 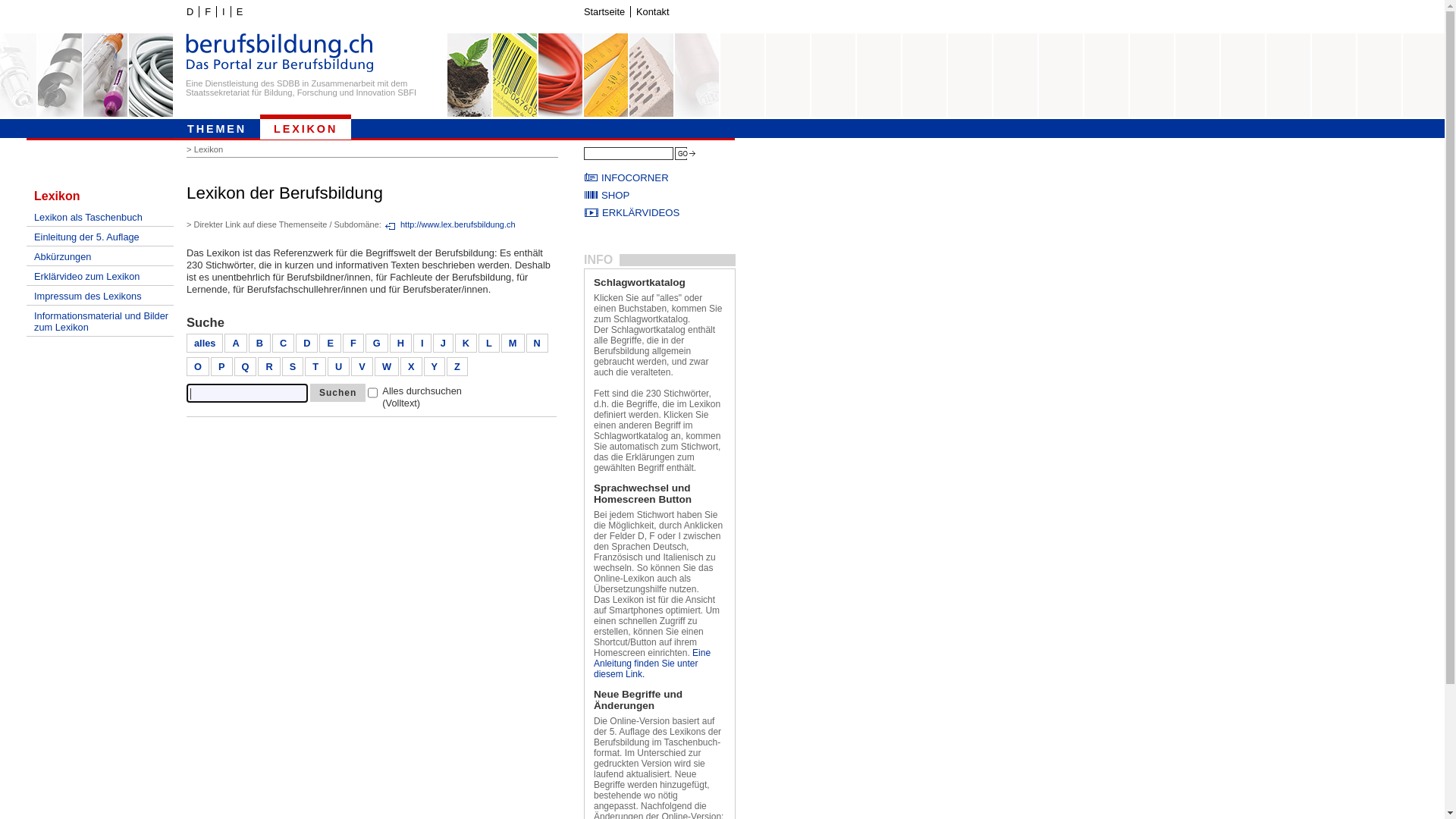 I want to click on 'I', so click(x=422, y=343).